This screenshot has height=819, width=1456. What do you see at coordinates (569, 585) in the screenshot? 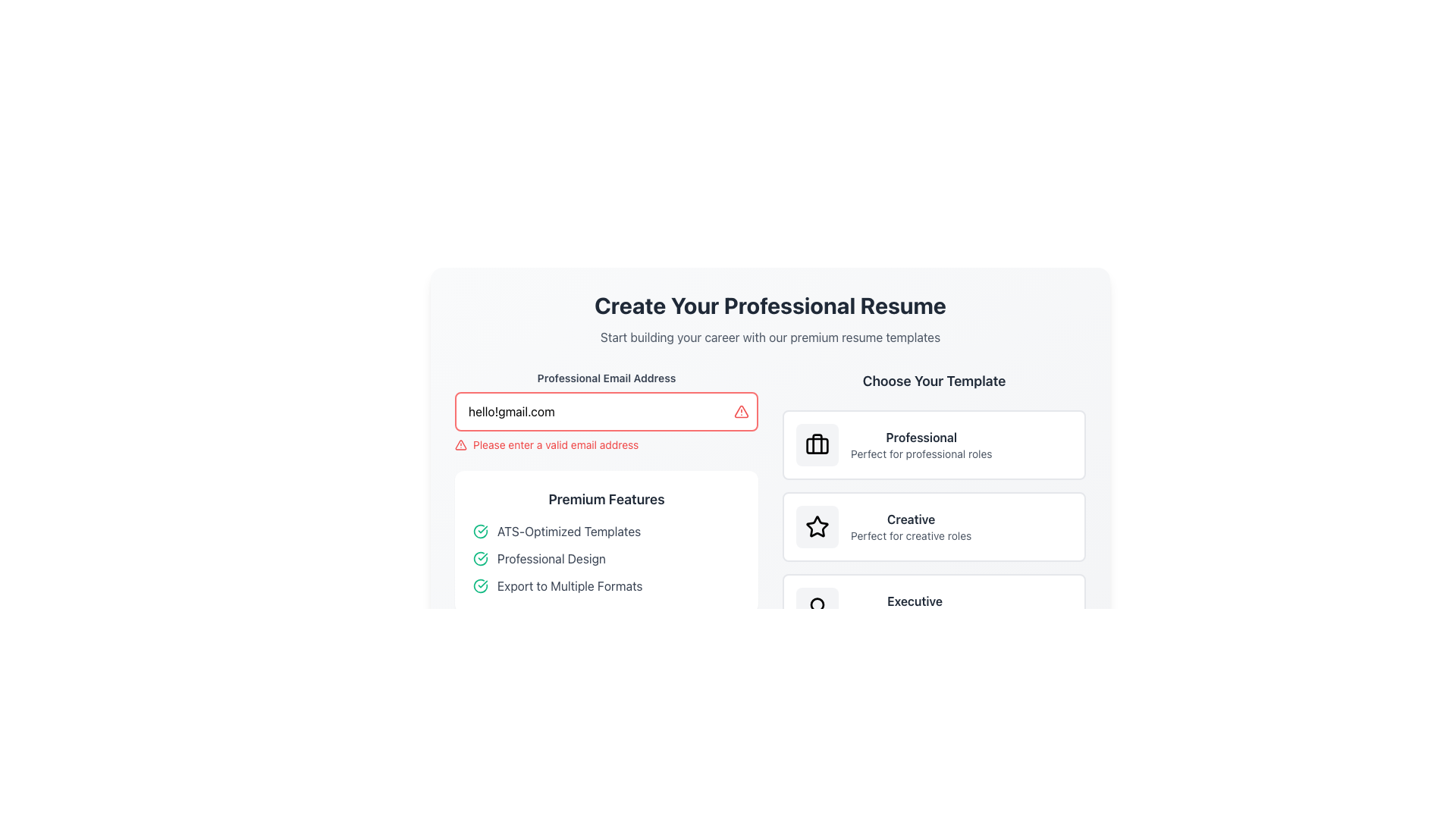
I see `the third text label in the 'Premium Features' section, which describes one of the premium features and is located below the 'ATS-Optimized Templates' and 'Professional Design' labels` at bounding box center [569, 585].